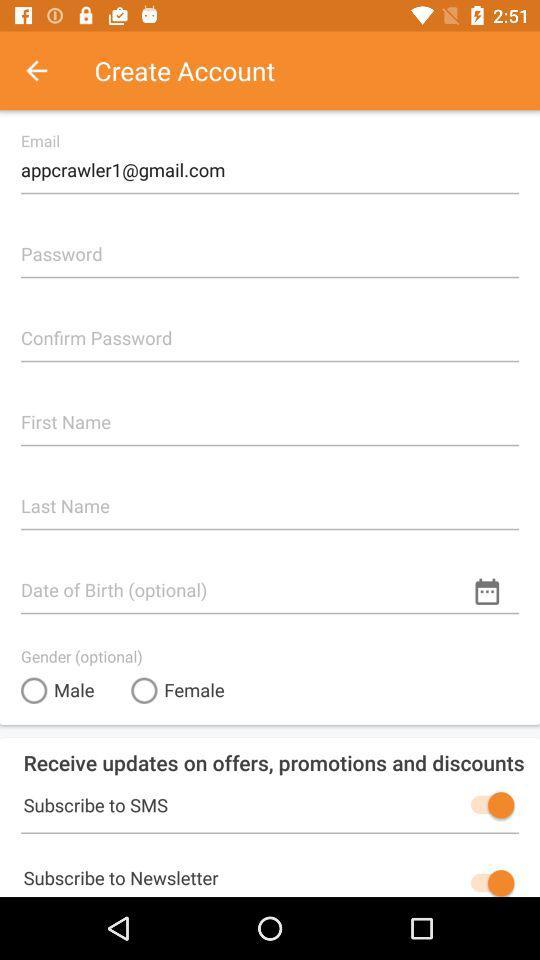 The image size is (540, 960). I want to click on icon below gender (optional) item, so click(57, 690).